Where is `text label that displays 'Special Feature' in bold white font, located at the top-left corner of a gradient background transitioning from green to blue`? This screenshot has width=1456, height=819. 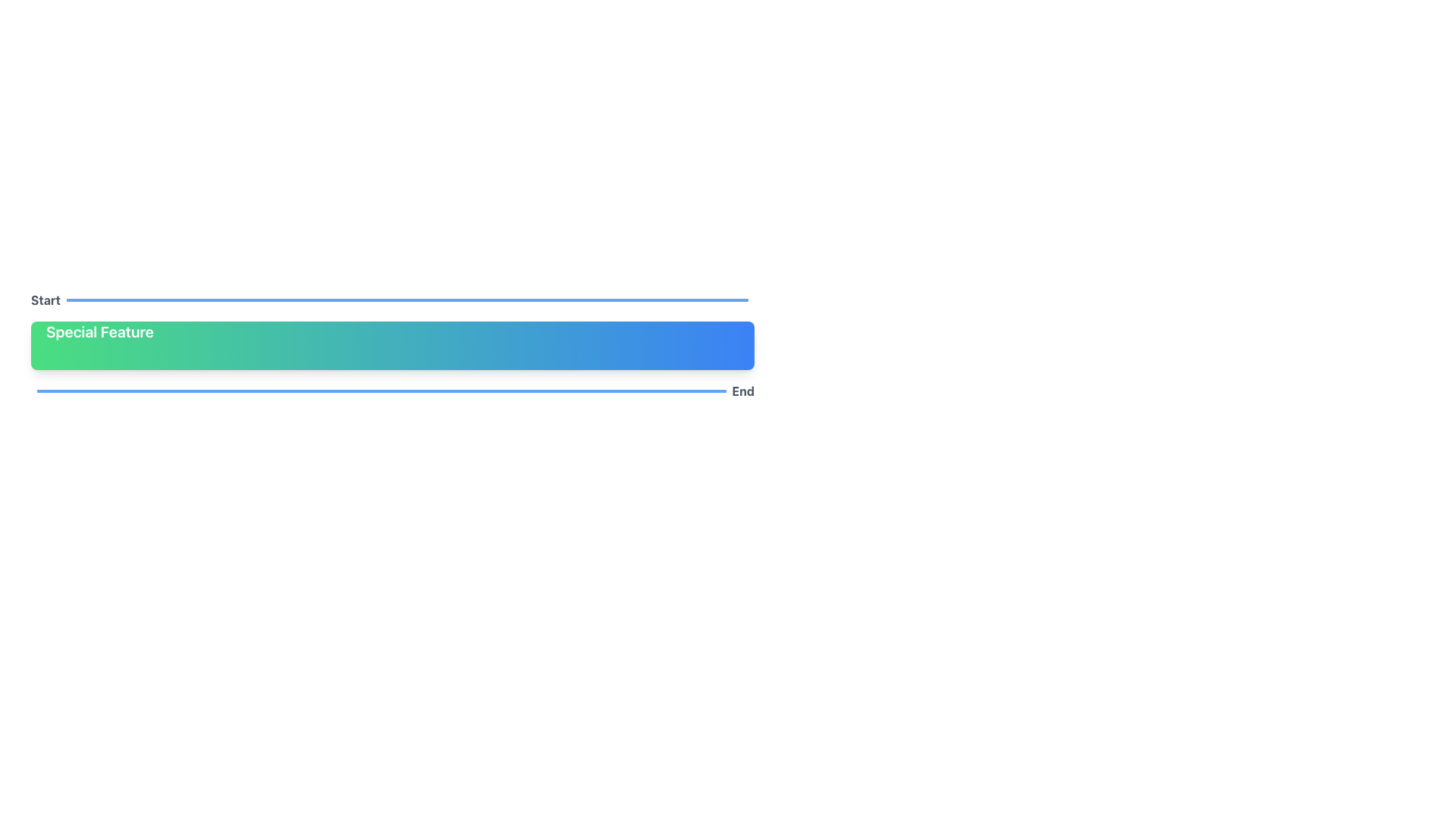 text label that displays 'Special Feature' in bold white font, located at the top-left corner of a gradient background transitioning from green to blue is located at coordinates (99, 331).